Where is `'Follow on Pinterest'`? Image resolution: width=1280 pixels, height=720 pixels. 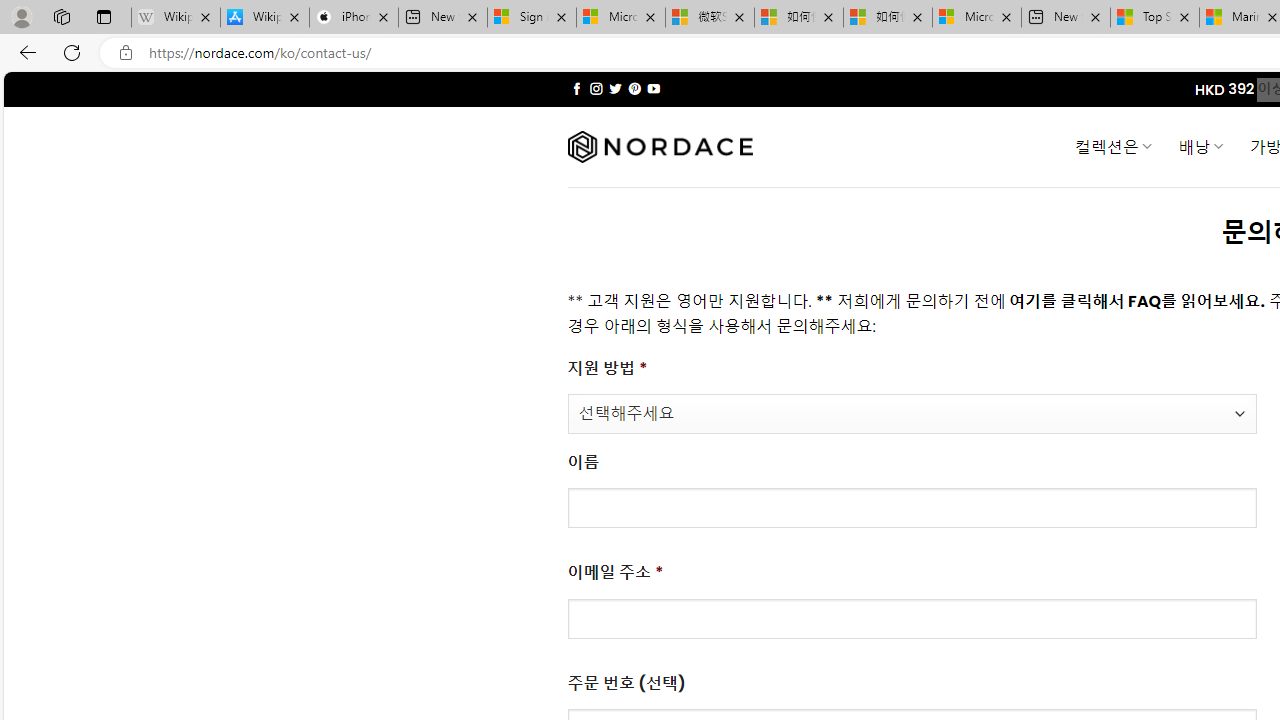 'Follow on Pinterest' is located at coordinates (633, 88).